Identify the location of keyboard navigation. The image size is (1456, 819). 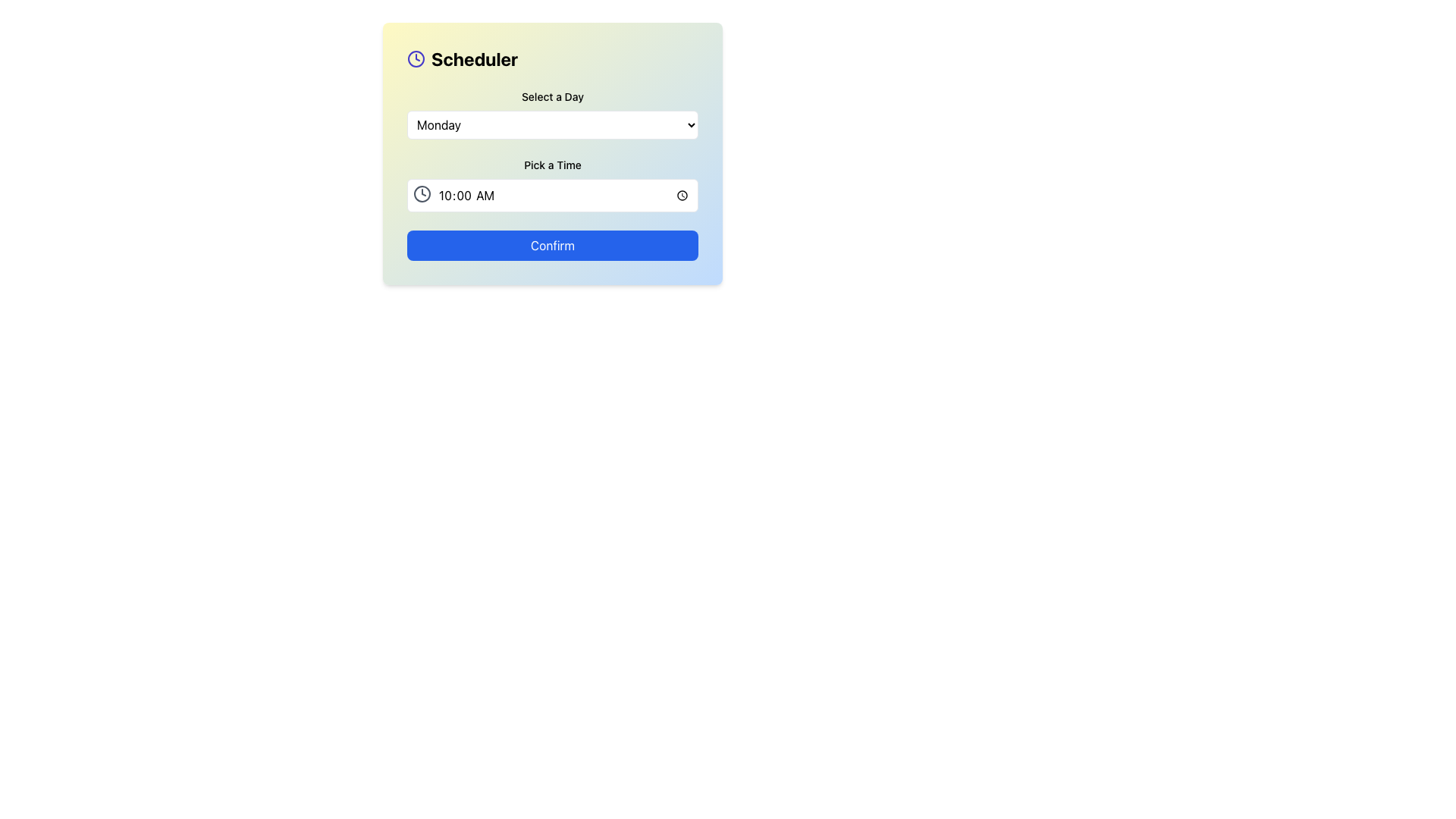
(552, 184).